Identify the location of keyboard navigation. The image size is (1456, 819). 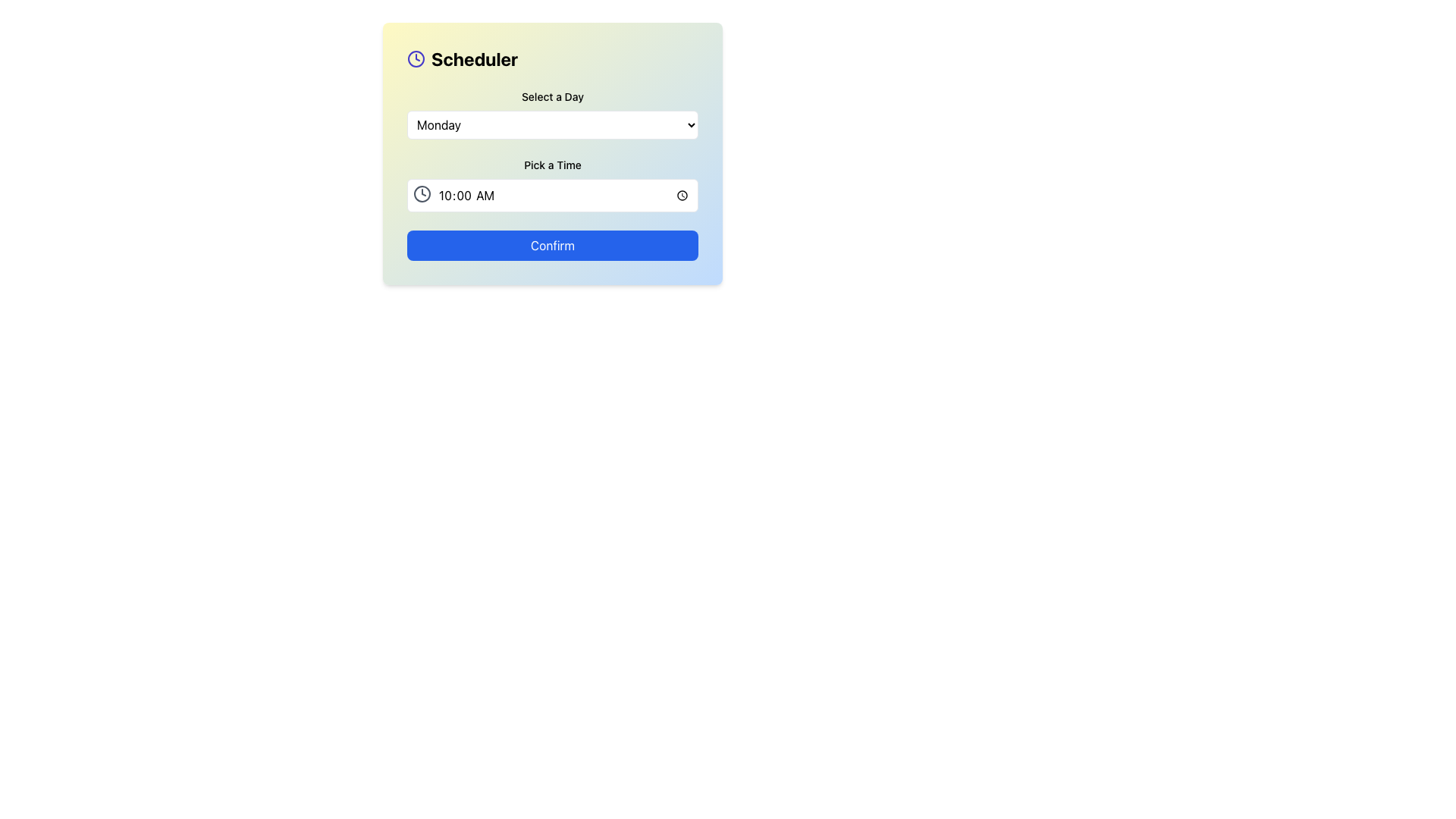
(552, 184).